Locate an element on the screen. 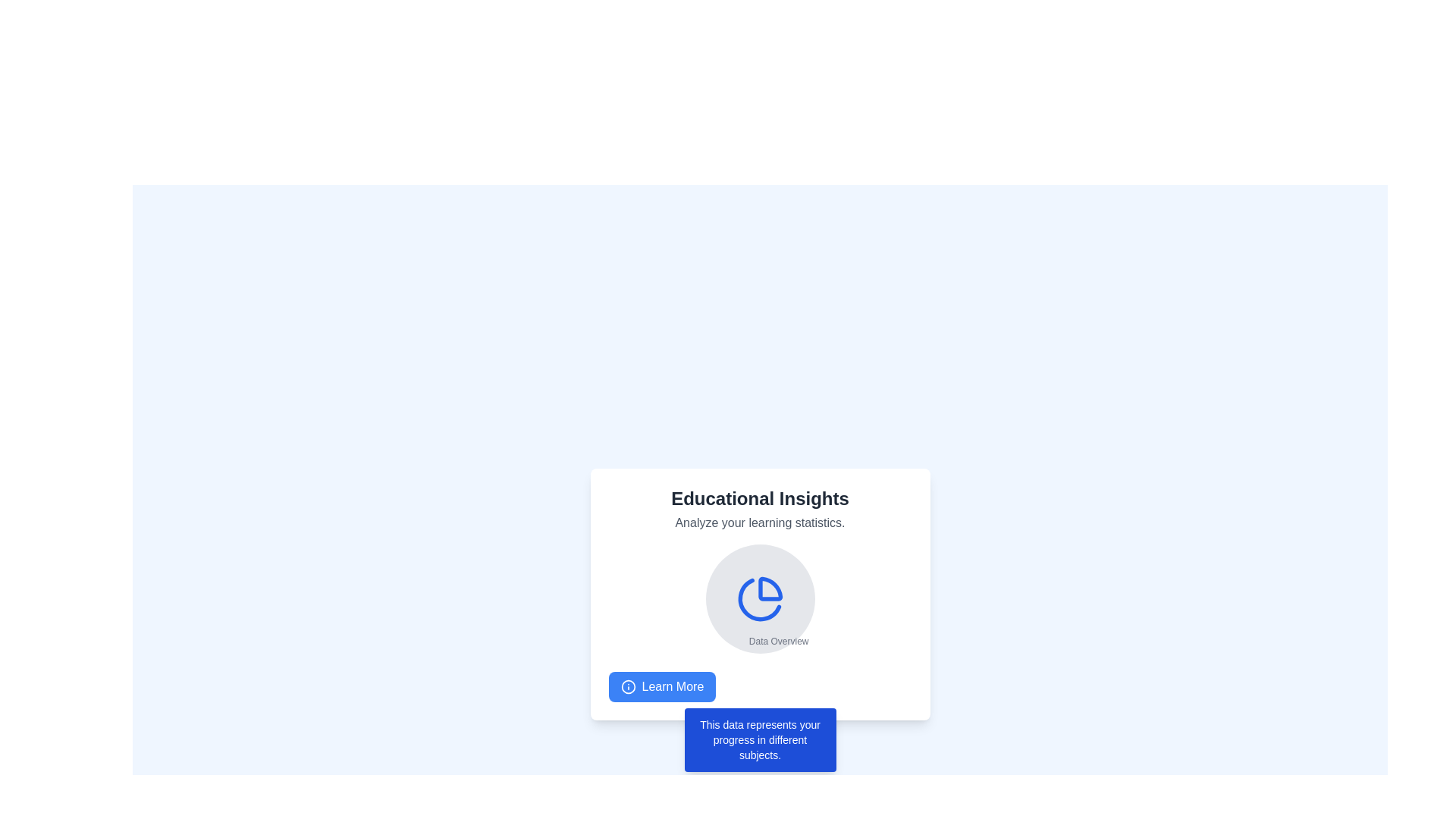 The width and height of the screenshot is (1456, 819). the blue rectangular Informational Tooltip containing the text 'This data represents your progress in different subjects.' which is located below the 'Educational Insights' card and the 'Learn More' button is located at coordinates (760, 739).